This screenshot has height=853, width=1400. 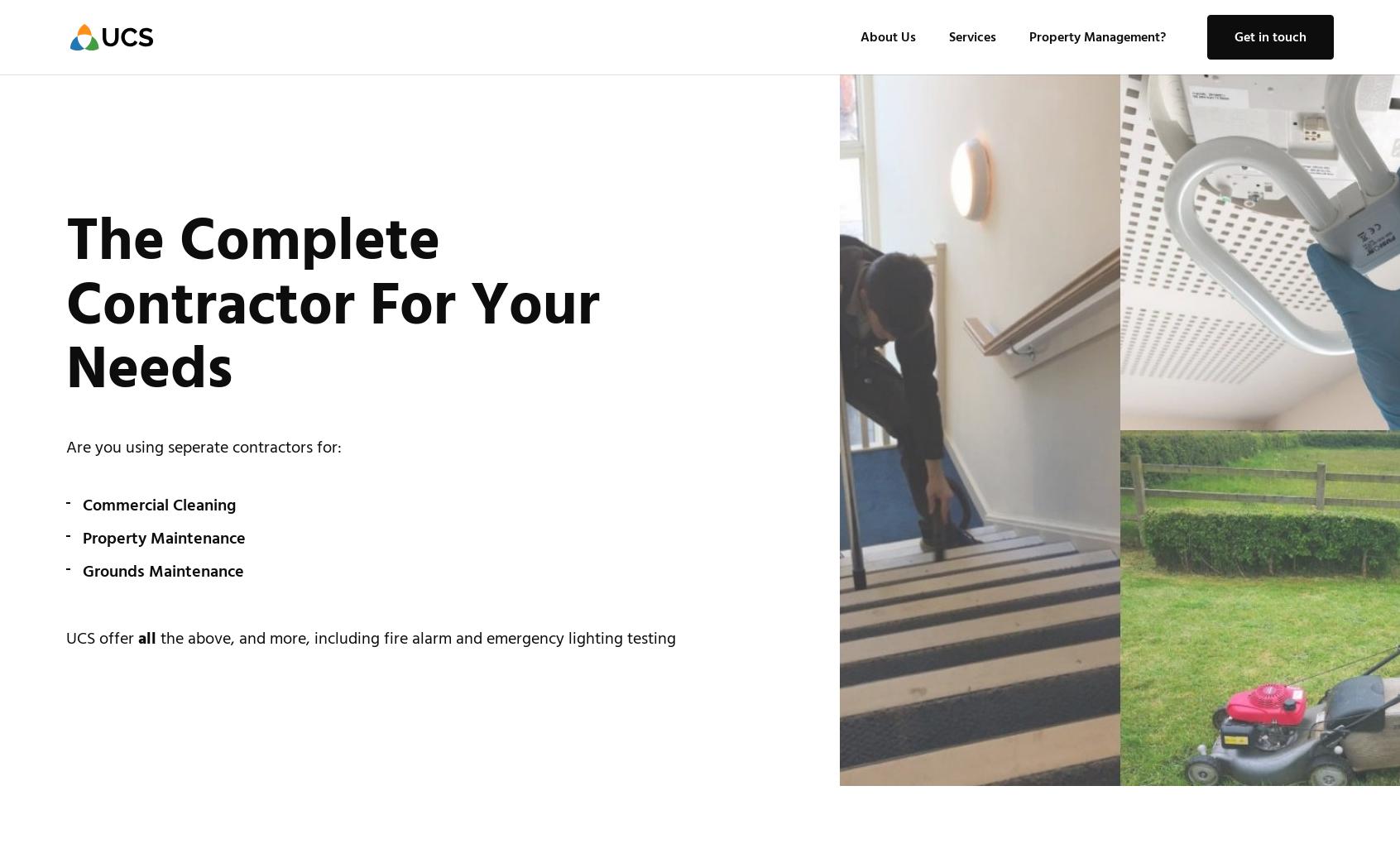 What do you see at coordinates (162, 571) in the screenshot?
I see `'Grounds Maintenance'` at bounding box center [162, 571].